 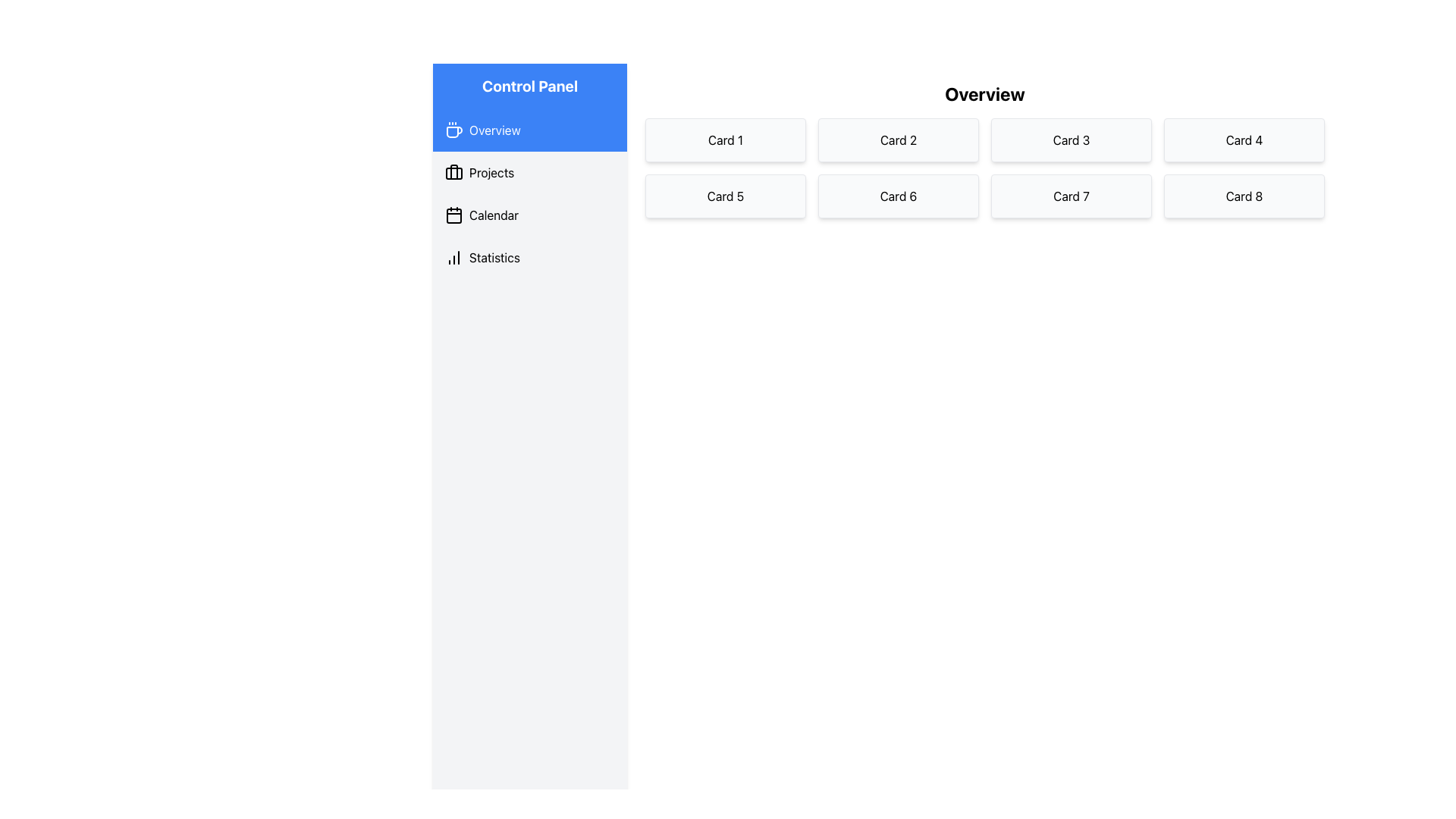 What do you see at coordinates (1244, 140) in the screenshot?
I see `the Card located in the top-right corner of the grid layout, which is the fourth card in a sequence of eight cards` at bounding box center [1244, 140].